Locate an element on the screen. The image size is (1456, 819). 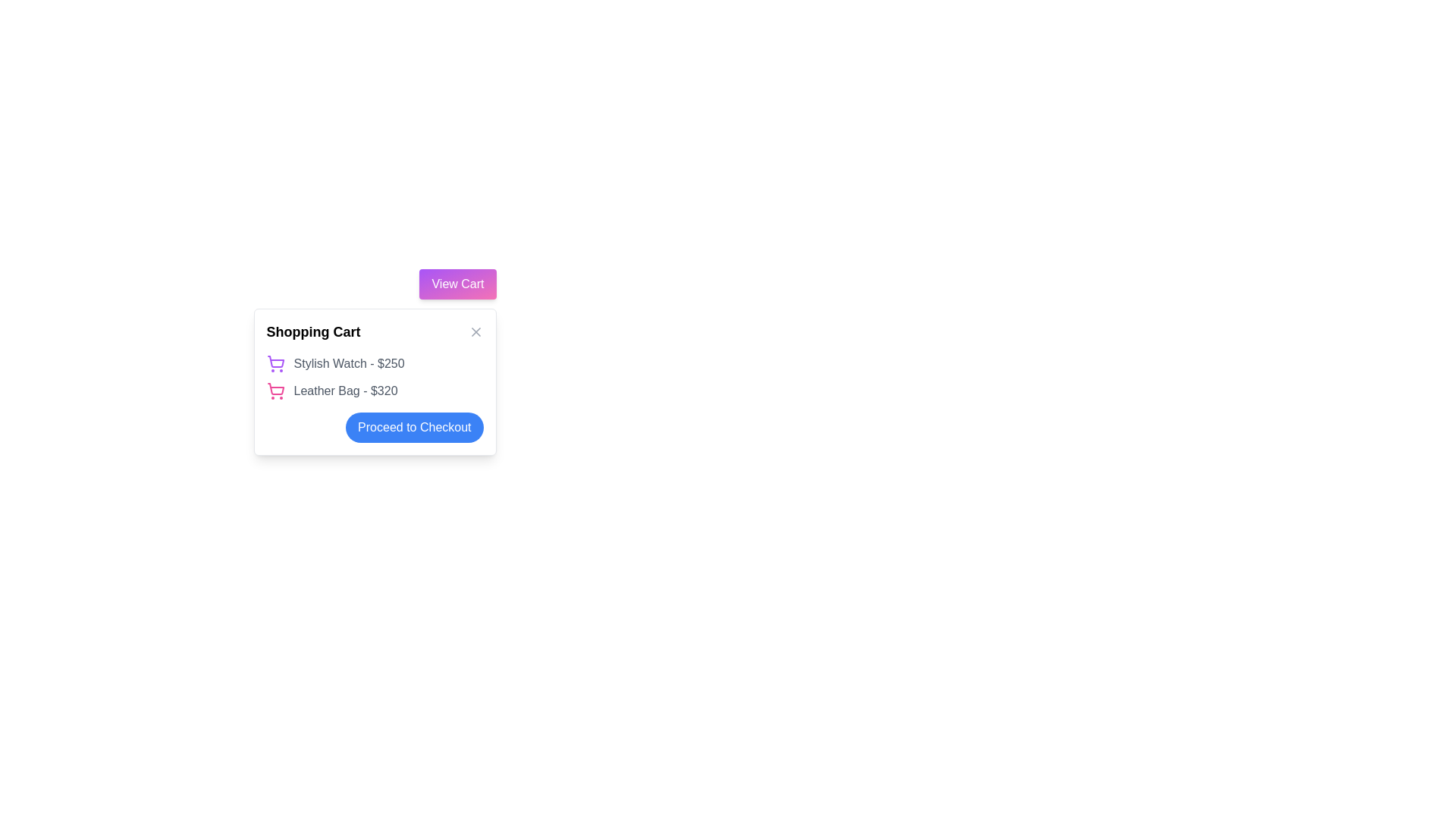
the text label displaying 'Stylish Watch - $250' in the shopping cart interface, positioned next to the purple shopping cart icon is located at coordinates (348, 363).